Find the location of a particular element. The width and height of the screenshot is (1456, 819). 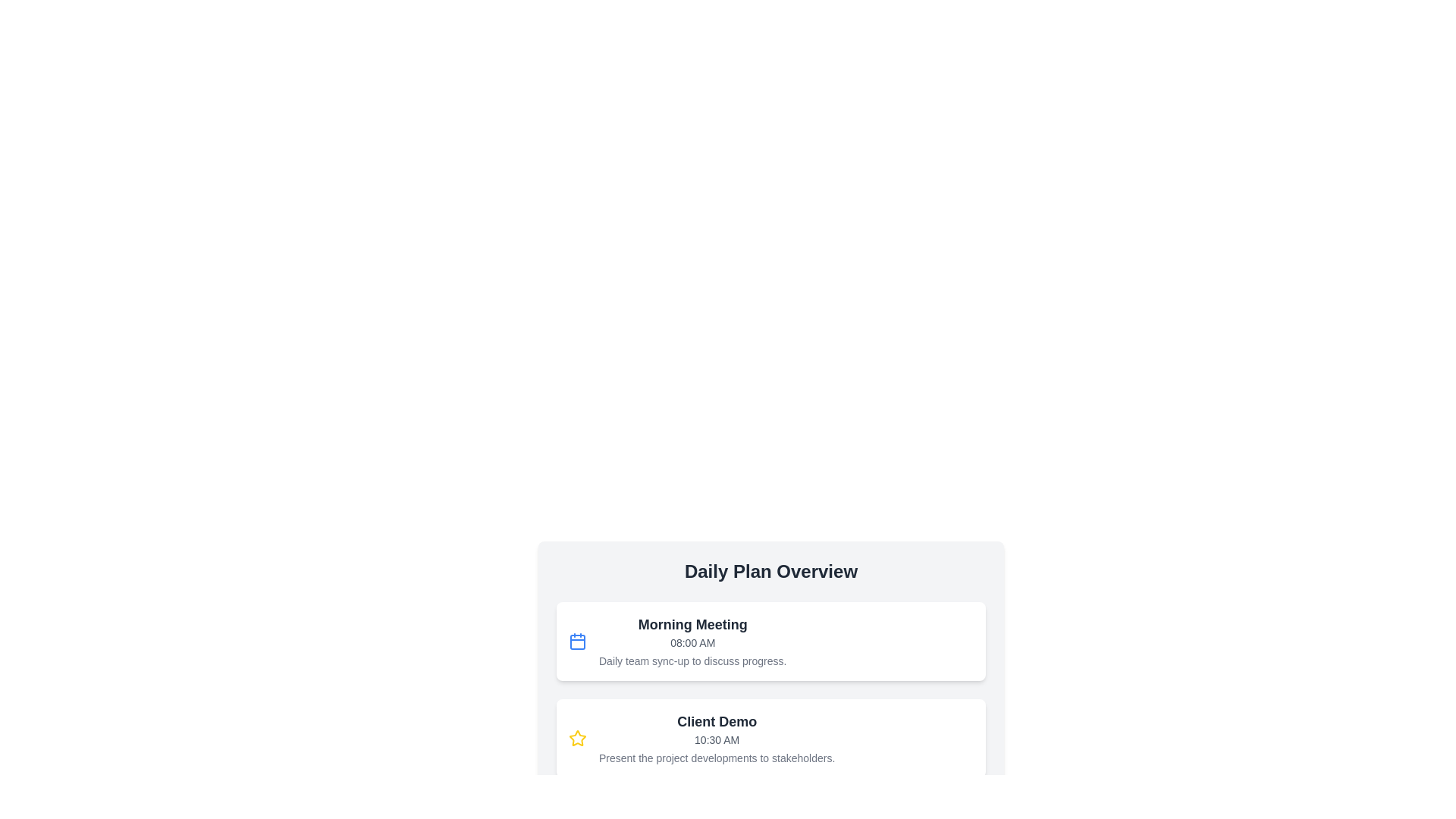

the event is located at coordinates (771, 641).